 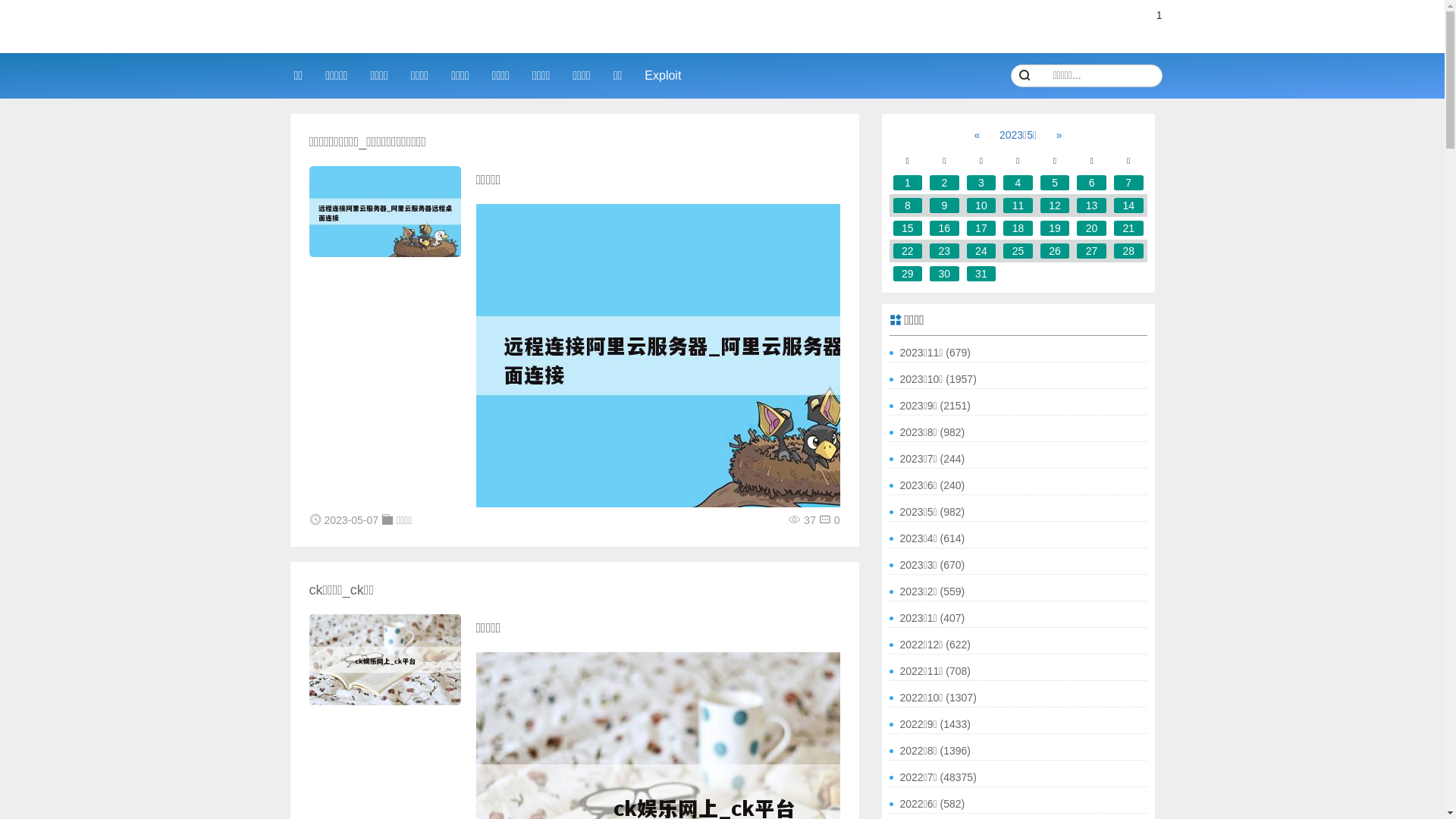 What do you see at coordinates (981, 274) in the screenshot?
I see `'31'` at bounding box center [981, 274].